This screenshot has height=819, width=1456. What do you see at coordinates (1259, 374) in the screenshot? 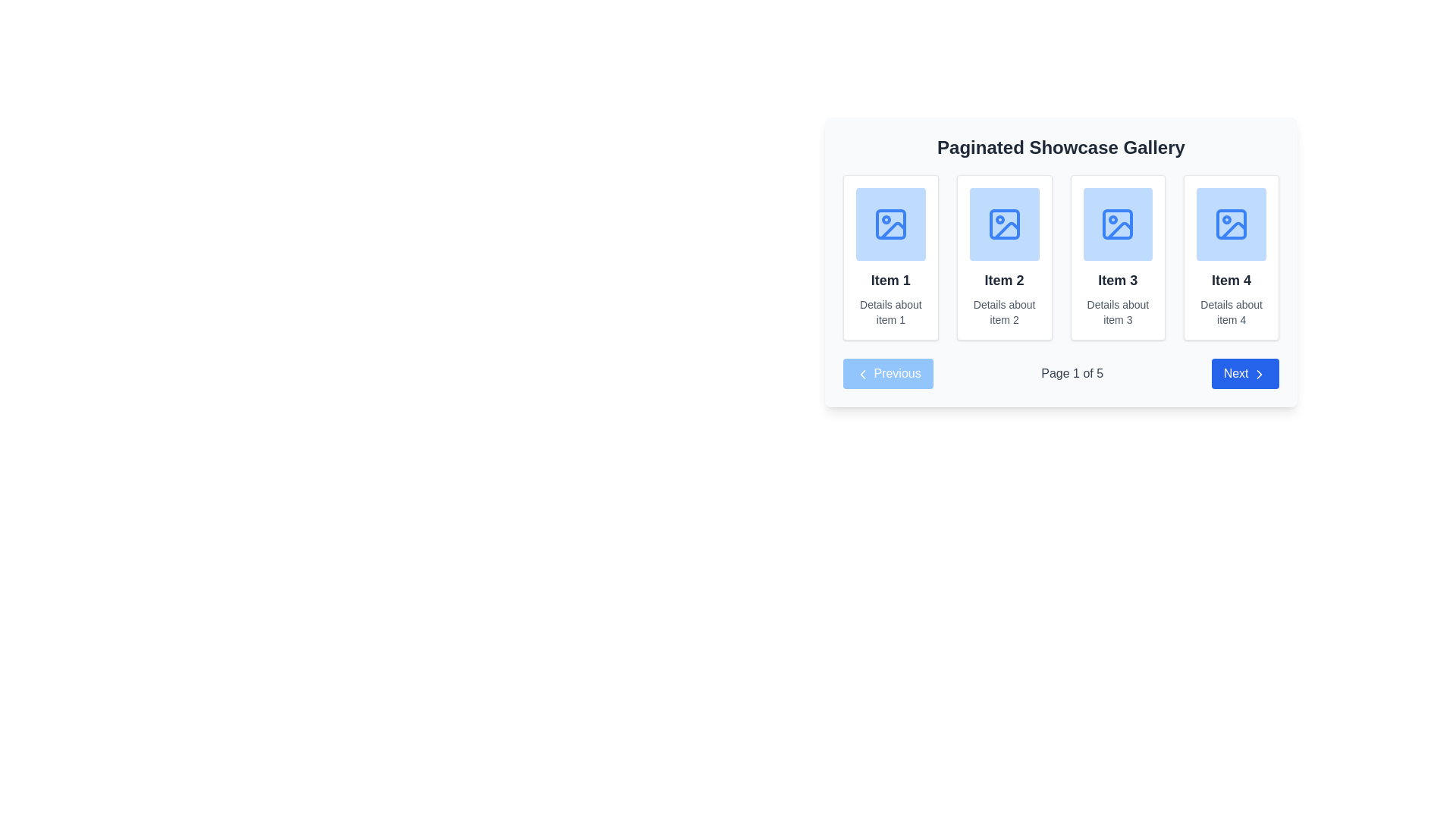
I see `the chevron-right icon within the 'Next' button located at the lower right corner of the interface` at bounding box center [1259, 374].